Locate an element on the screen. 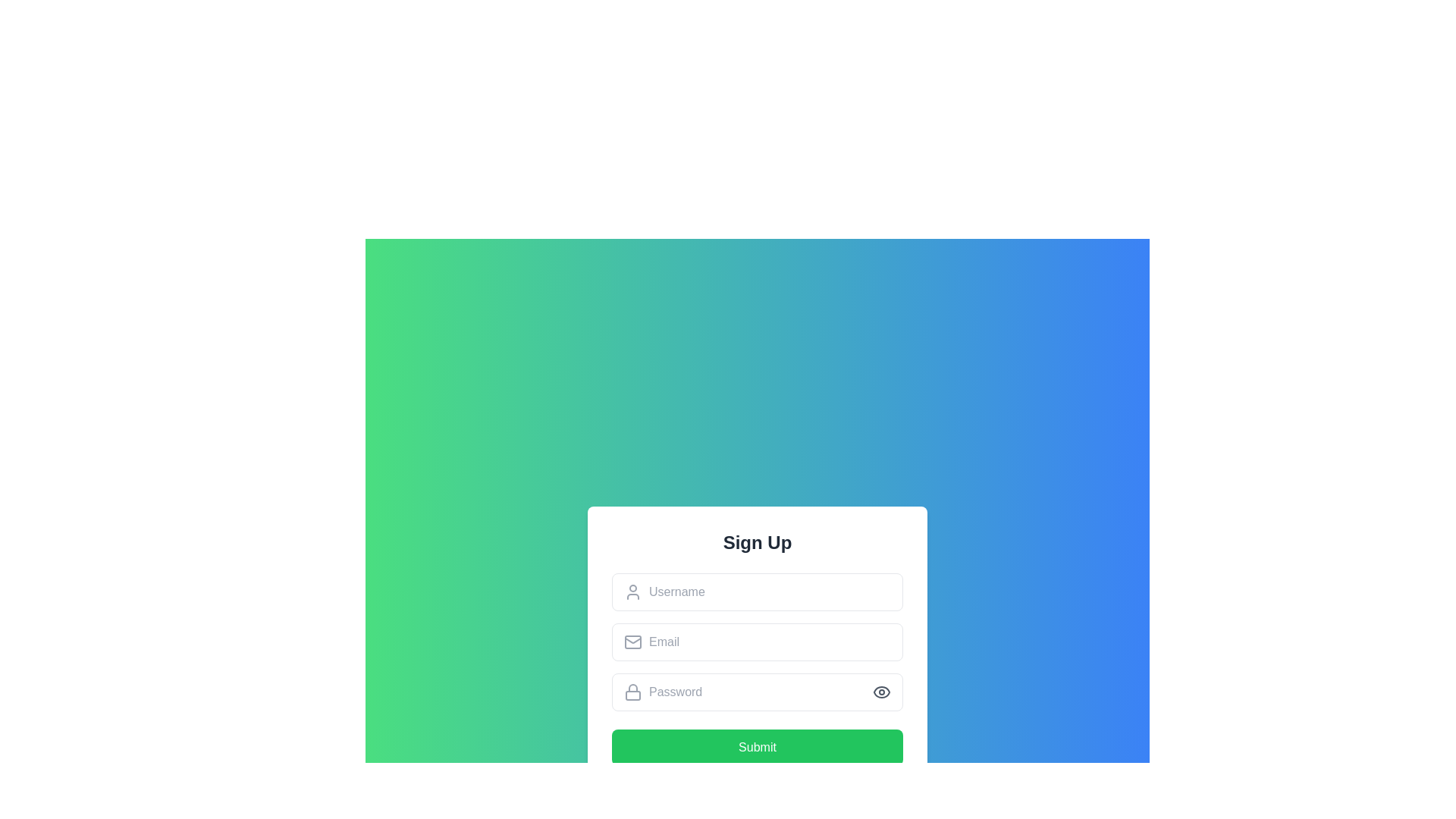 The height and width of the screenshot is (819, 1456). the green 'Submit' button located at the bottom of the 'Sign Up' card to observe the hover effect is located at coordinates (757, 747).